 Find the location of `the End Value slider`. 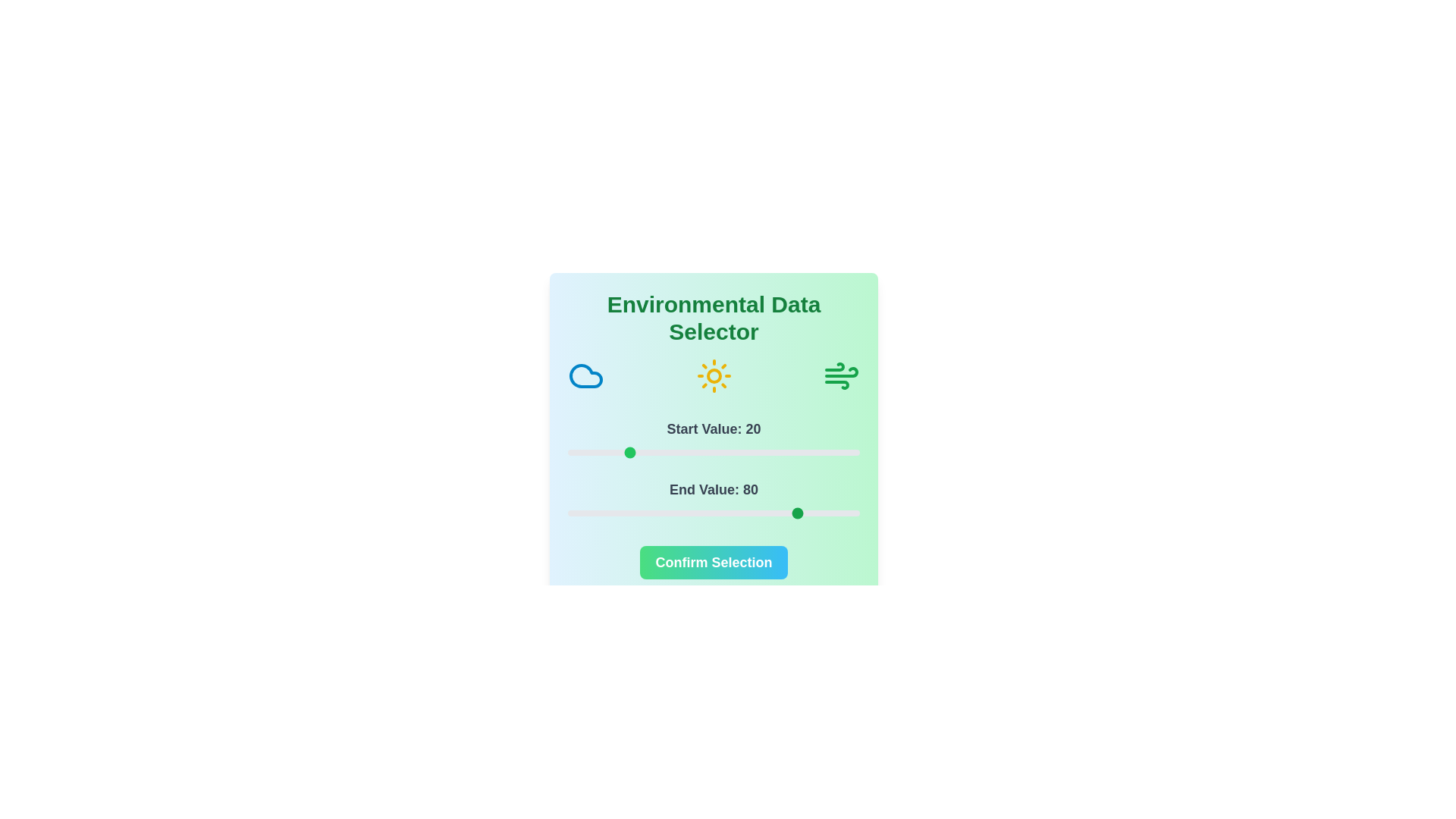

the End Value slider is located at coordinates (734, 513).